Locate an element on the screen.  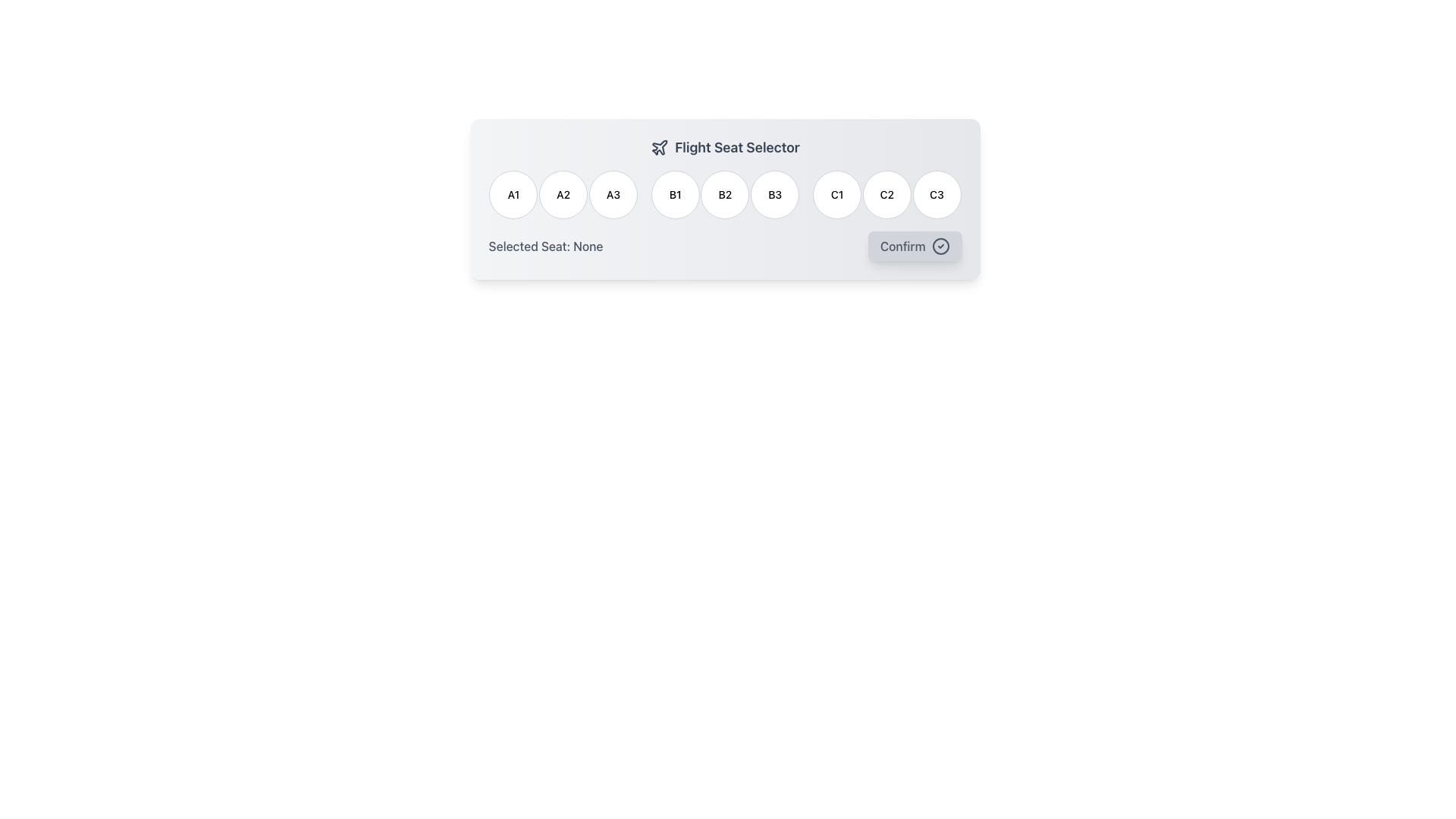
the selectable button labeled B2 in the flight seat selection interface is located at coordinates (724, 194).